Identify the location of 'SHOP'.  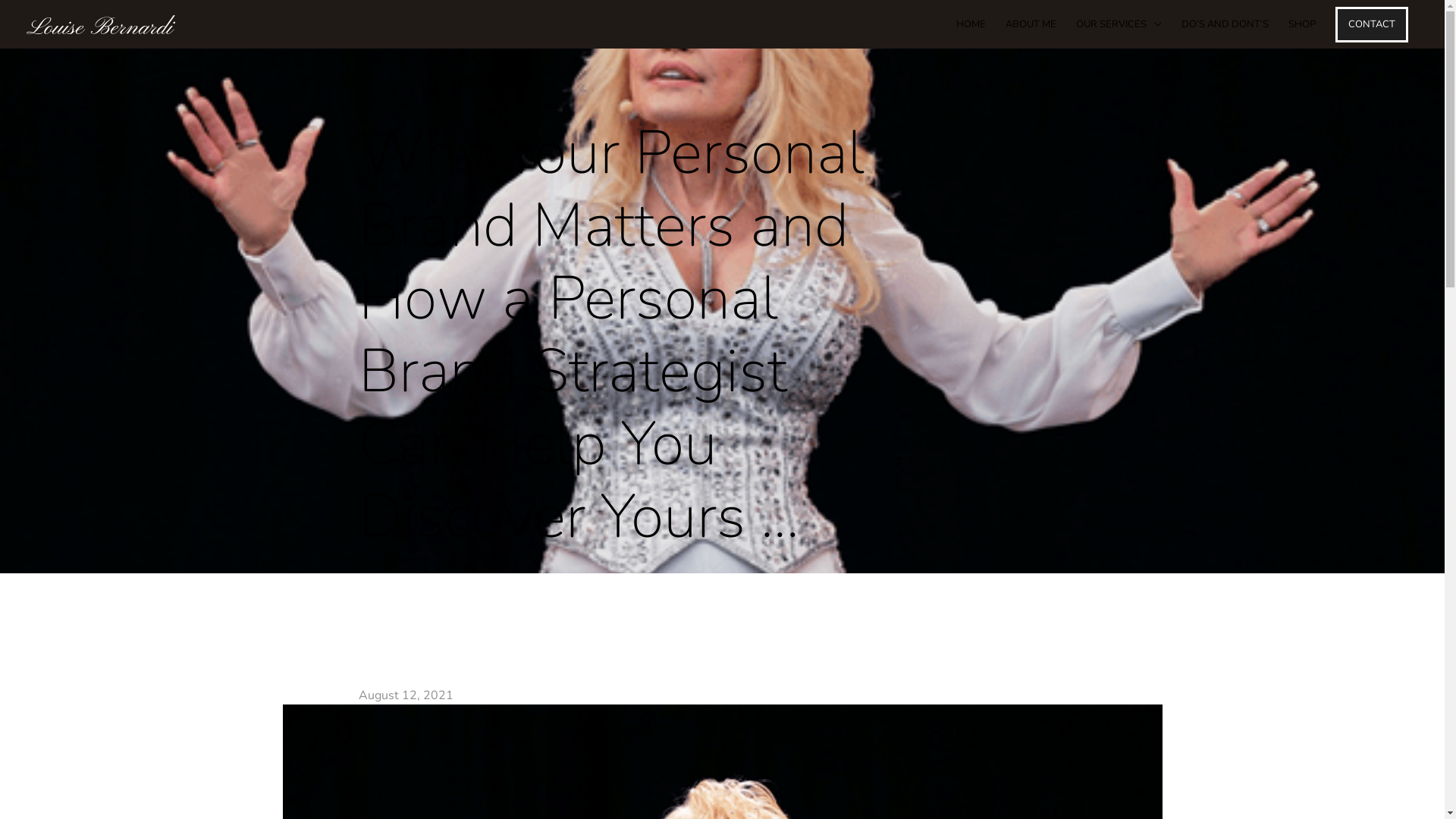
(1301, 24).